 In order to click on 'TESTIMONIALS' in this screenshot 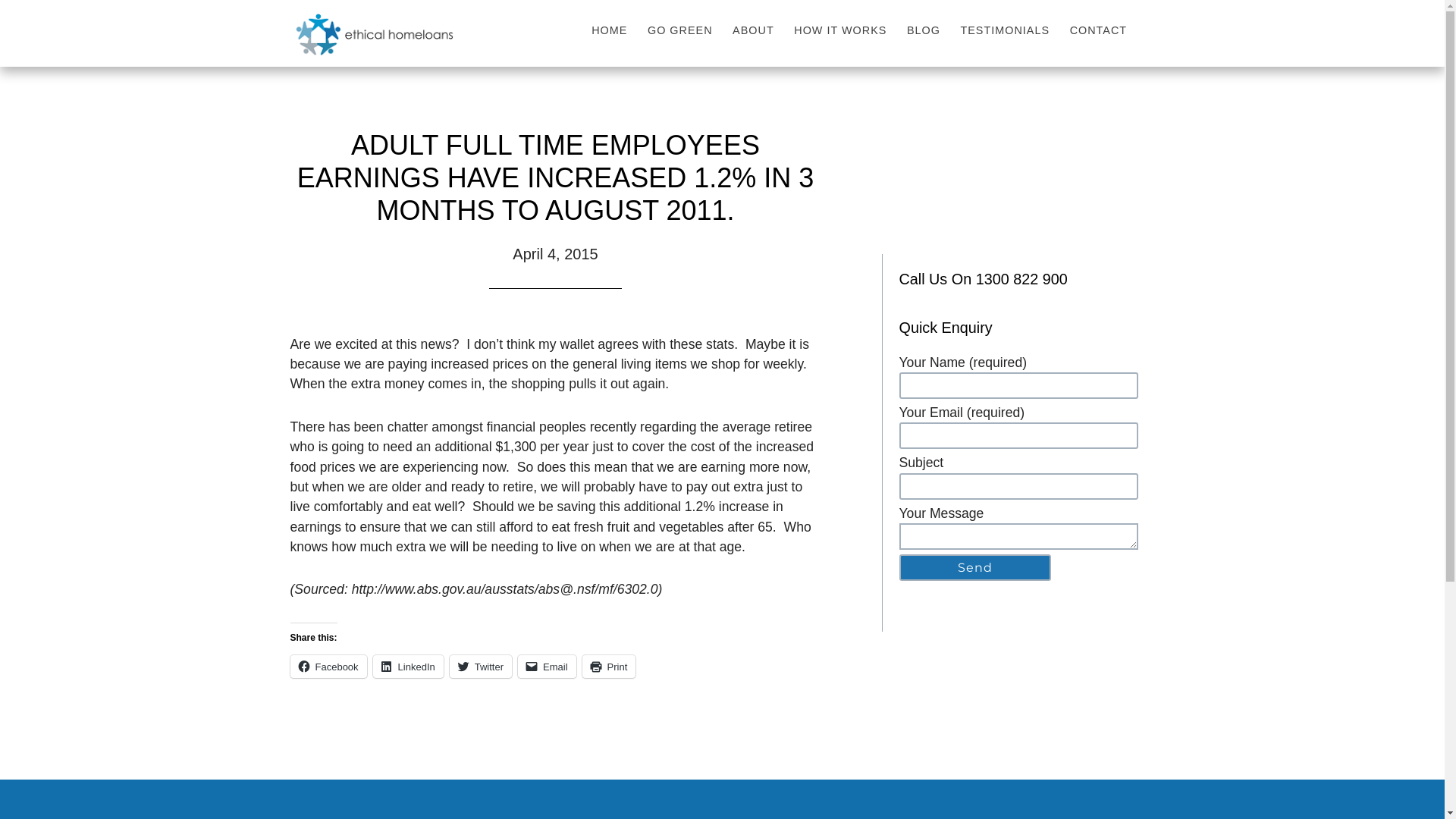, I will do `click(1007, 30)`.